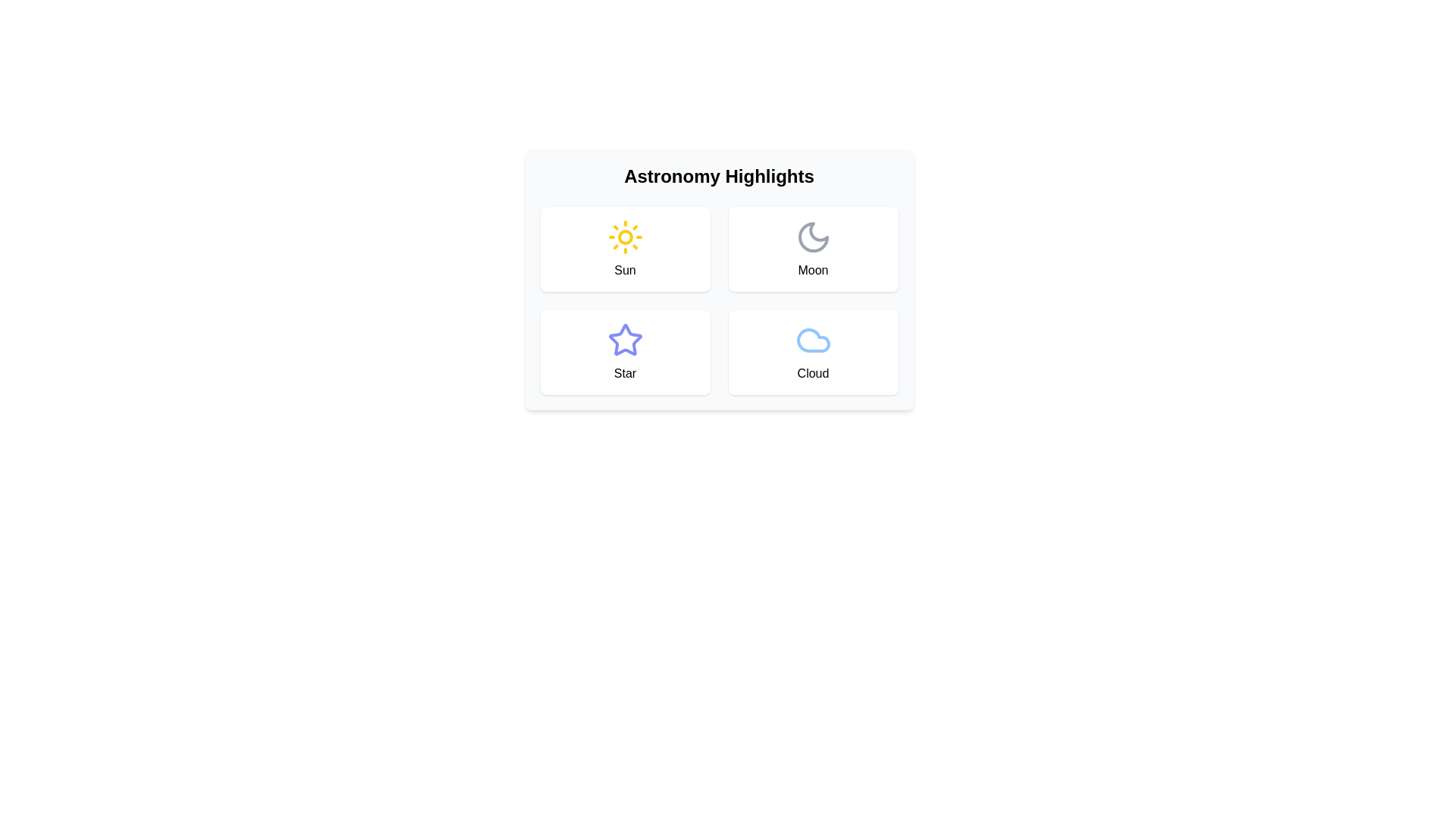  What do you see at coordinates (625, 339) in the screenshot?
I see `the star-shaped icon with a hollow outline styled in blueish-indigo color to interact with it` at bounding box center [625, 339].